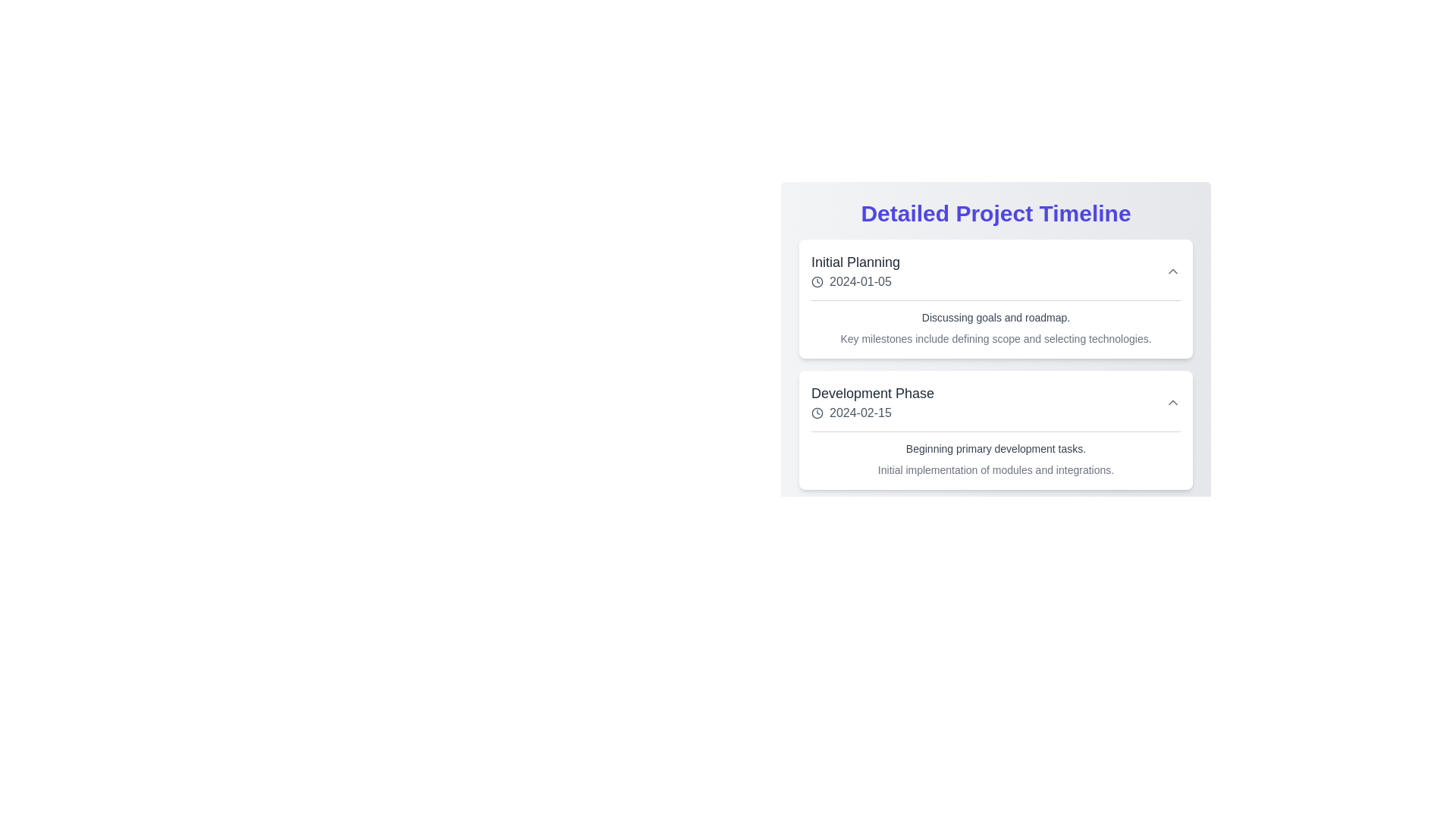 Image resolution: width=1456 pixels, height=819 pixels. Describe the element at coordinates (996, 299) in the screenshot. I see `the first rectangular card with a white background and rounded corners in the 'Detailed Project Timeline' section` at that location.